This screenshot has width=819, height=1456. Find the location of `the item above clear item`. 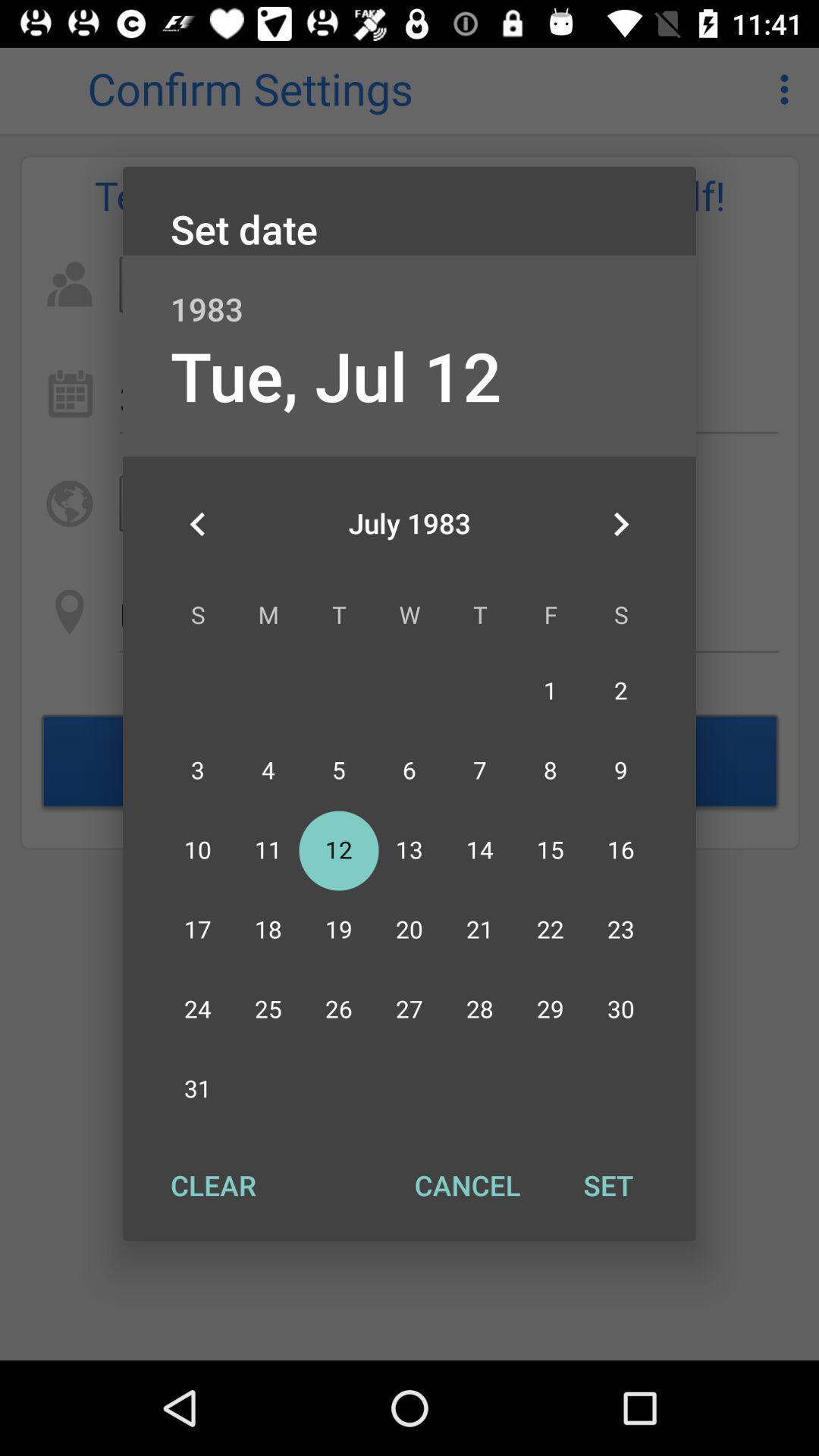

the item above clear item is located at coordinates (197, 524).